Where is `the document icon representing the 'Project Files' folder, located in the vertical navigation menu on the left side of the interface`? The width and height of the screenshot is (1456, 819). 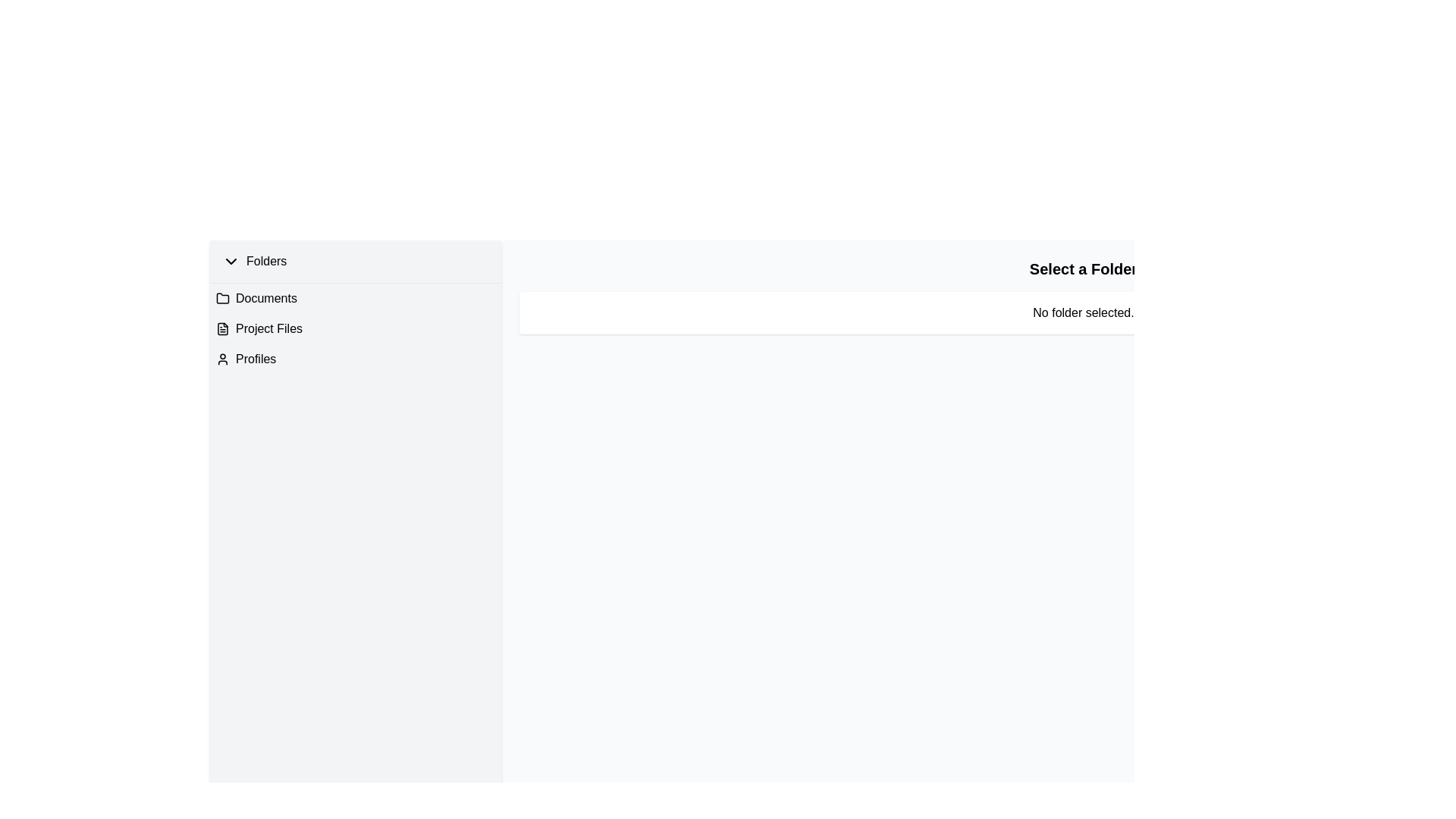
the document icon representing the 'Project Files' folder, located in the vertical navigation menu on the left side of the interface is located at coordinates (221, 328).